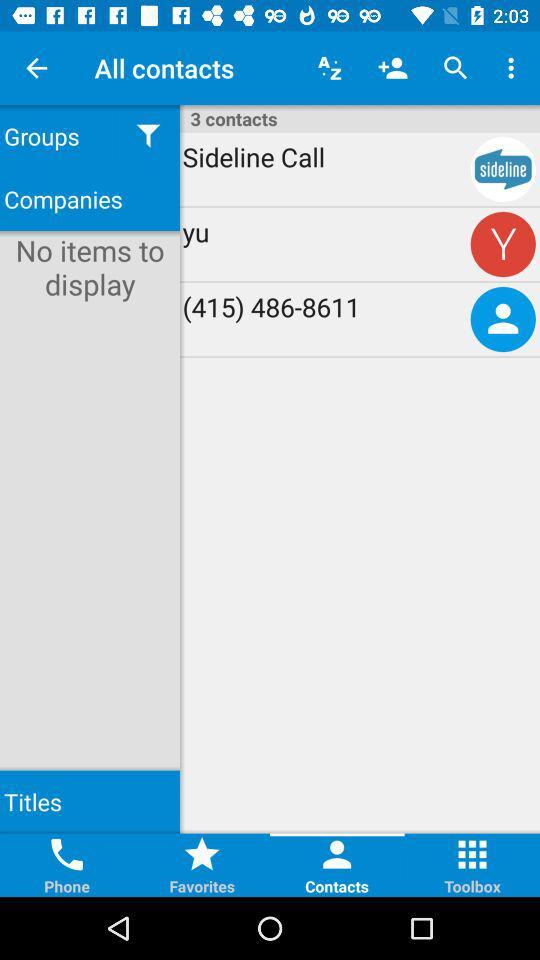 The width and height of the screenshot is (540, 960). I want to click on the icon to the left of 3 contacts item, so click(147, 135).